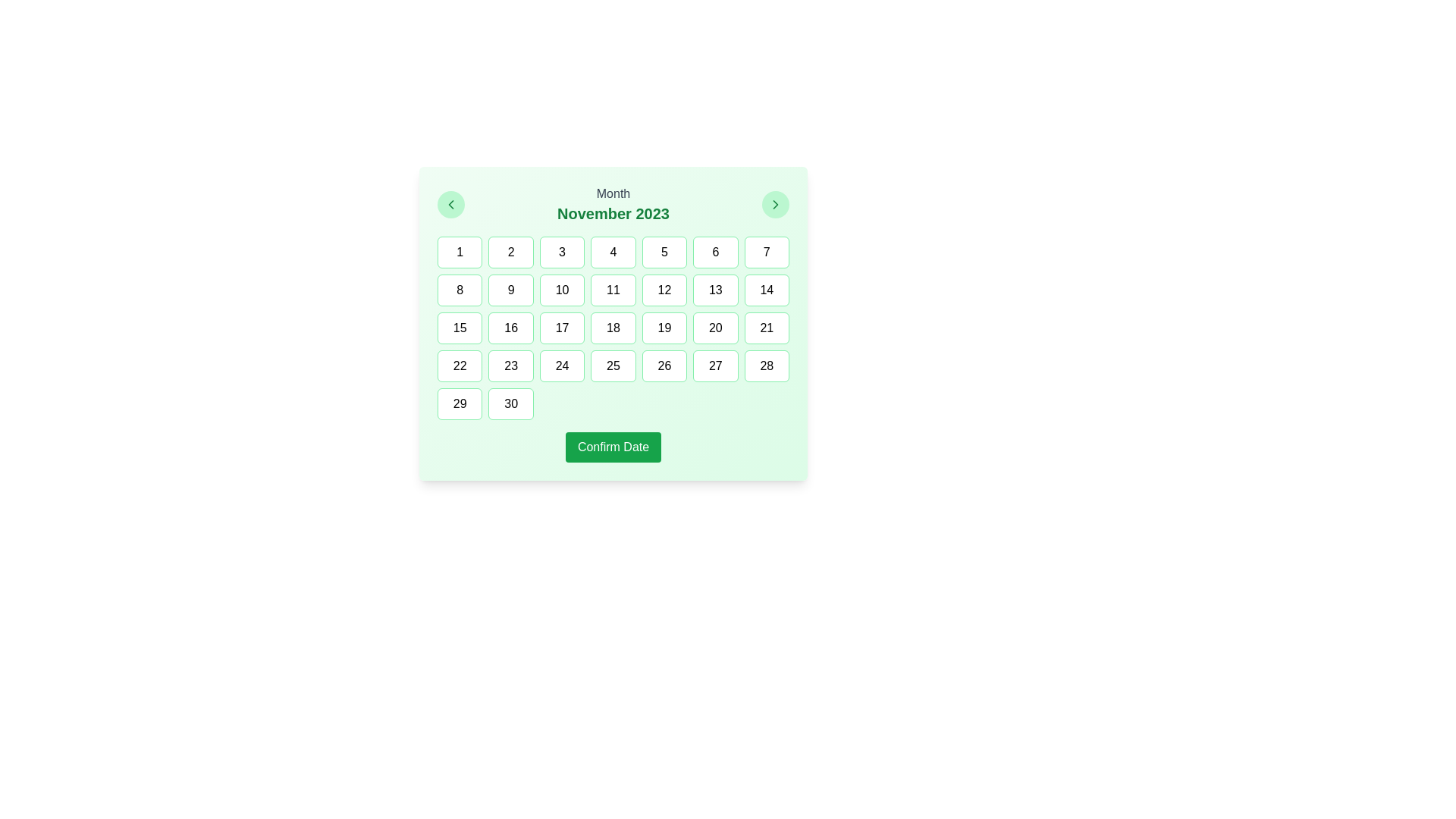 This screenshot has width=1456, height=819. What do you see at coordinates (459, 290) in the screenshot?
I see `the button representing the eighth day of the month in the date selection calendar` at bounding box center [459, 290].